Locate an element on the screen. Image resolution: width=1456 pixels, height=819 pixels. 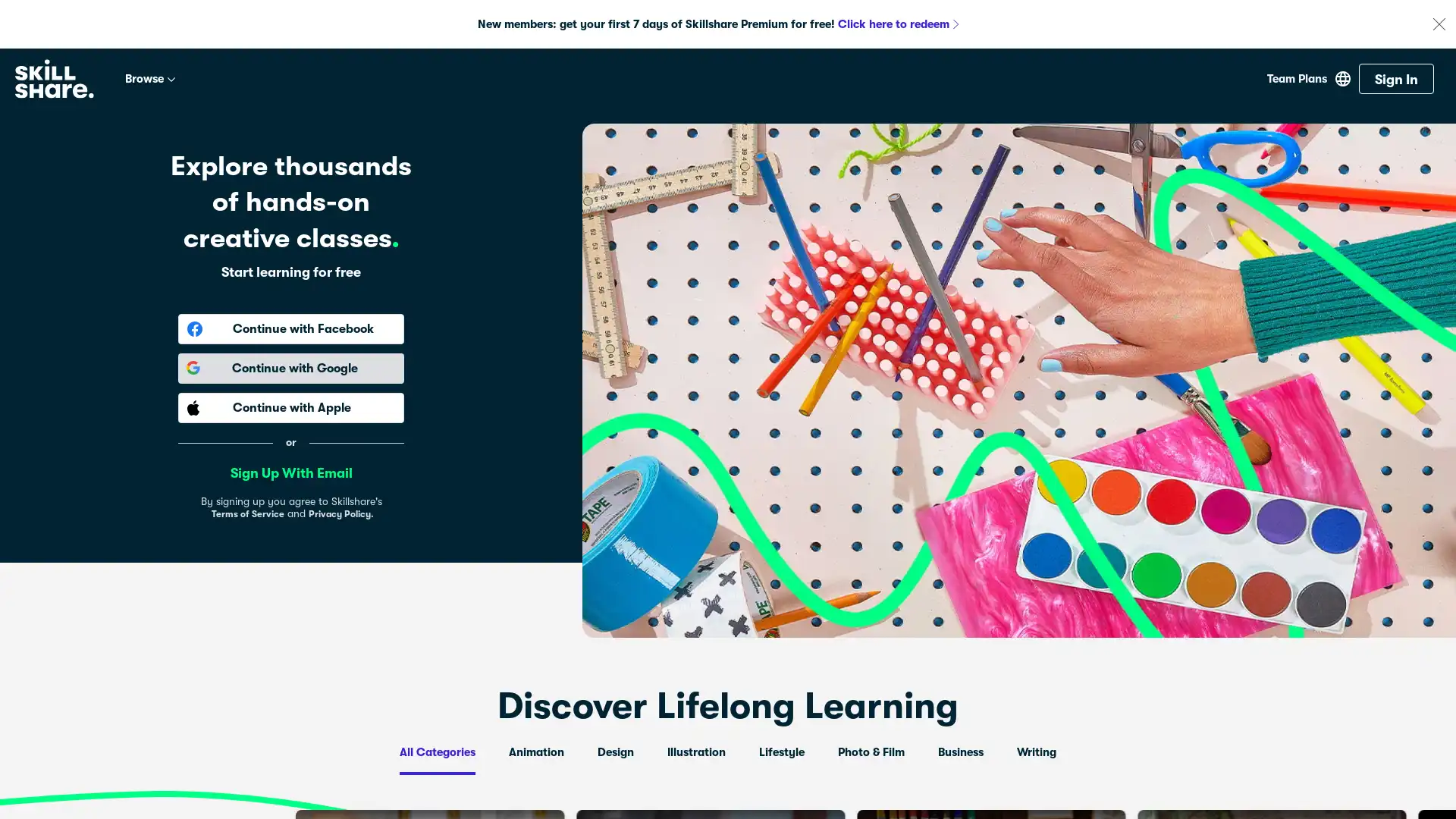
Photo & Film is located at coordinates (871, 757).